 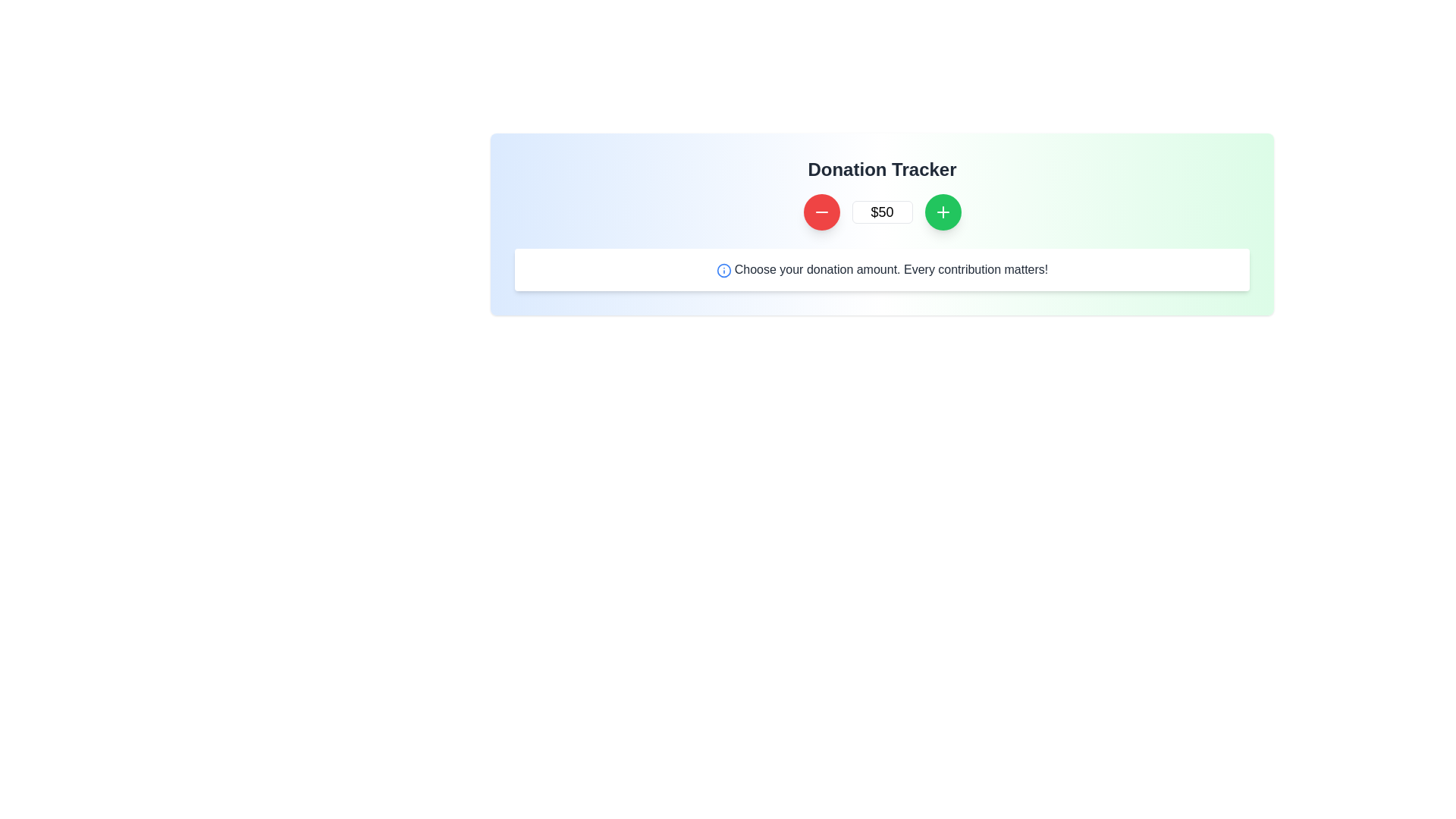 I want to click on the circular blue-bordered icon with an inner 'i' for detailed information, located to the left of the text 'Choose your donation amount. Every contribution matters!', so click(x=723, y=269).